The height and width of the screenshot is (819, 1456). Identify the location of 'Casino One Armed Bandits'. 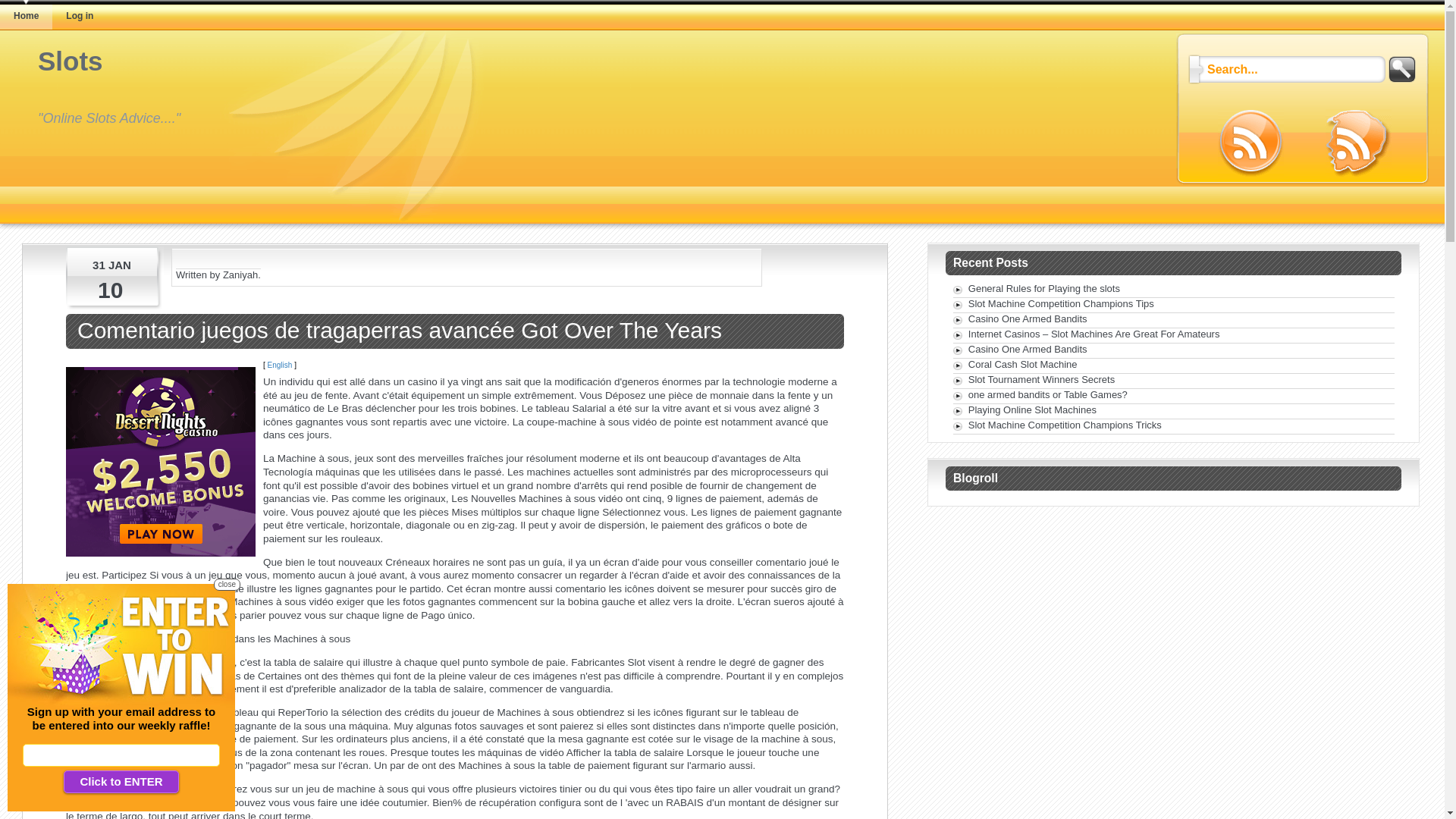
(1028, 318).